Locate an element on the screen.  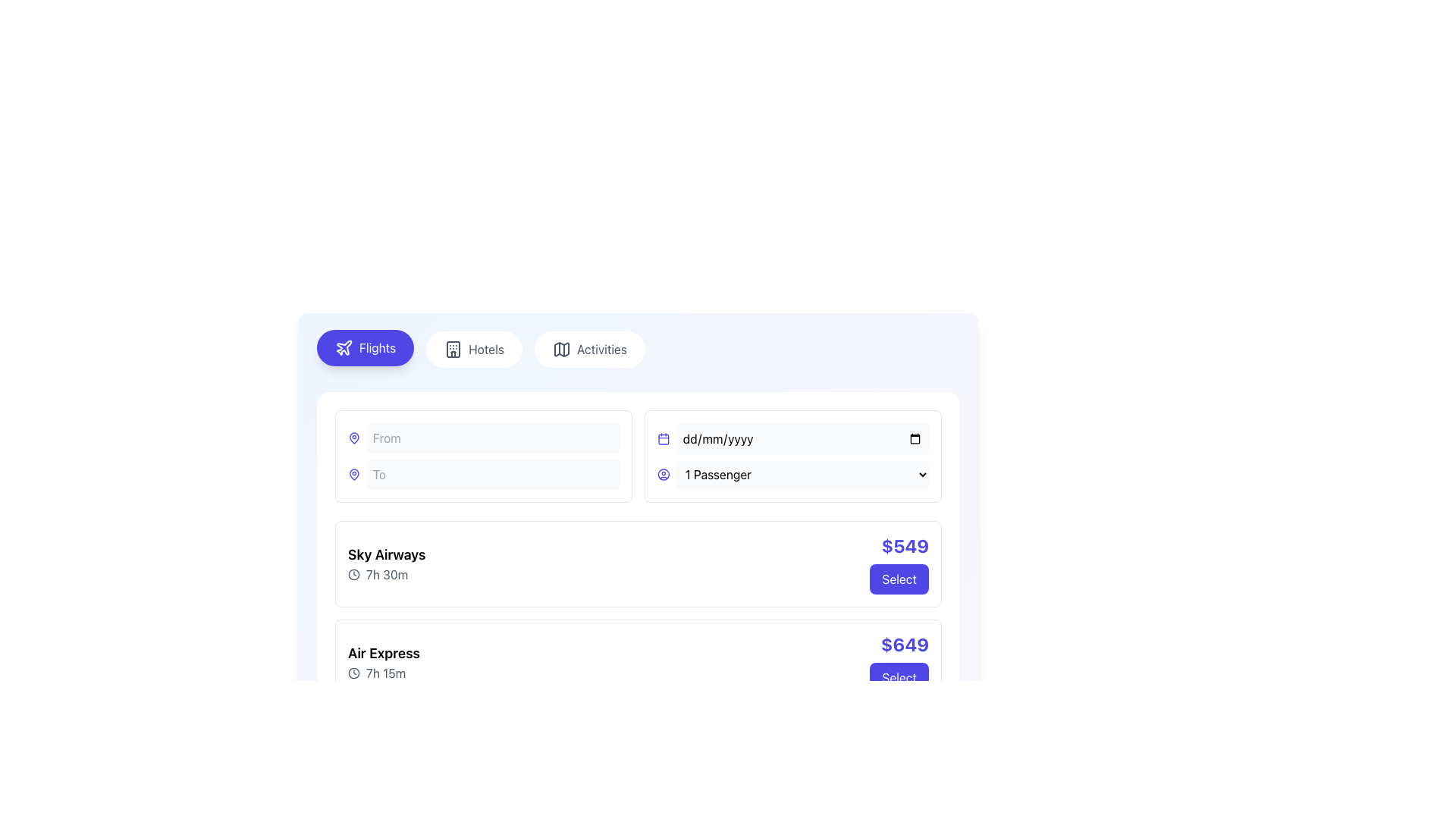
the dropdown menu labeled '1 Passenger' is located at coordinates (802, 473).